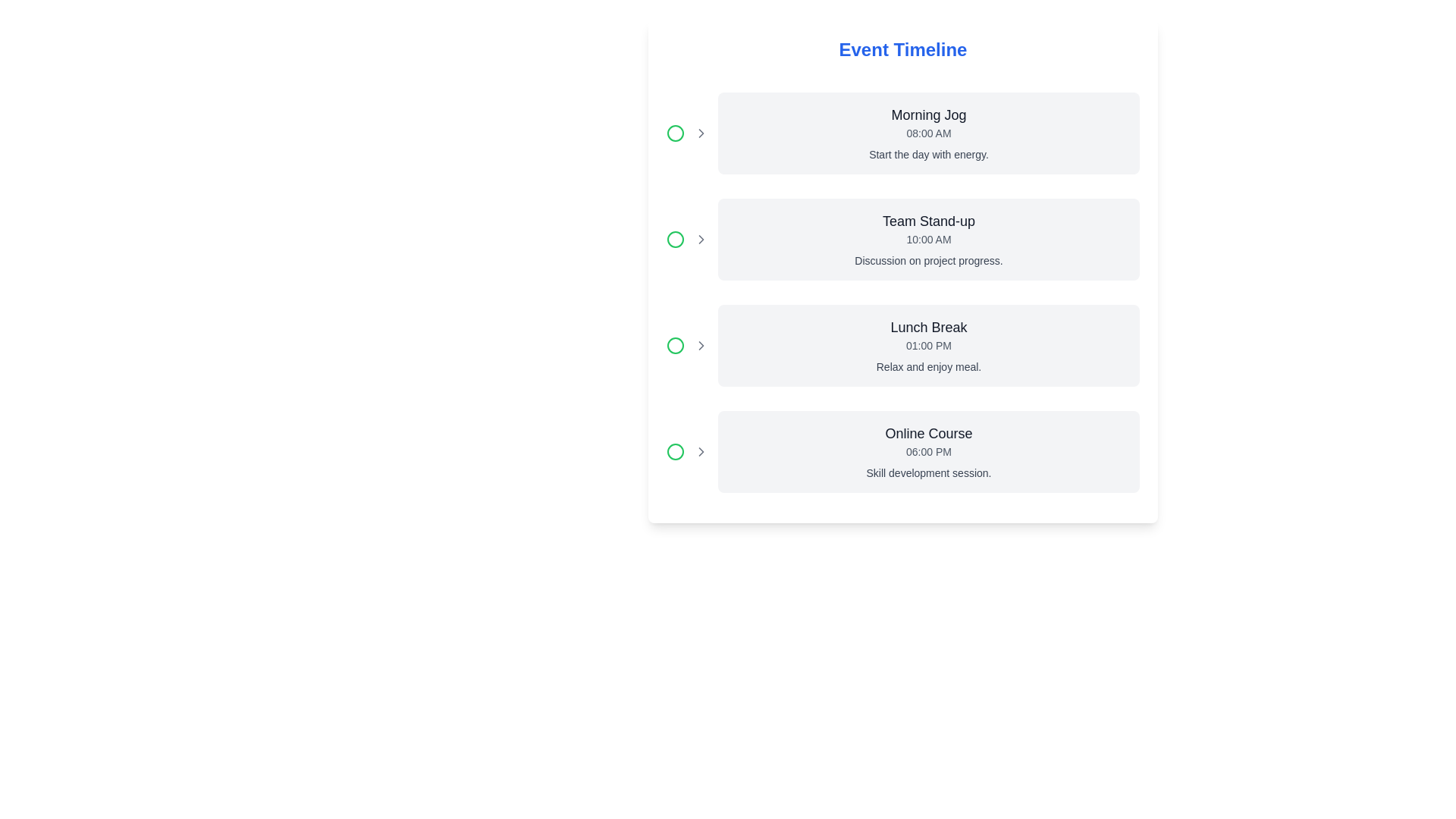 The width and height of the screenshot is (1456, 819). I want to click on the chevron arrow icon located to the right of the circular status indicator of the fourth event entry titled 'Online Course' in the Event Timeline, so click(701, 451).